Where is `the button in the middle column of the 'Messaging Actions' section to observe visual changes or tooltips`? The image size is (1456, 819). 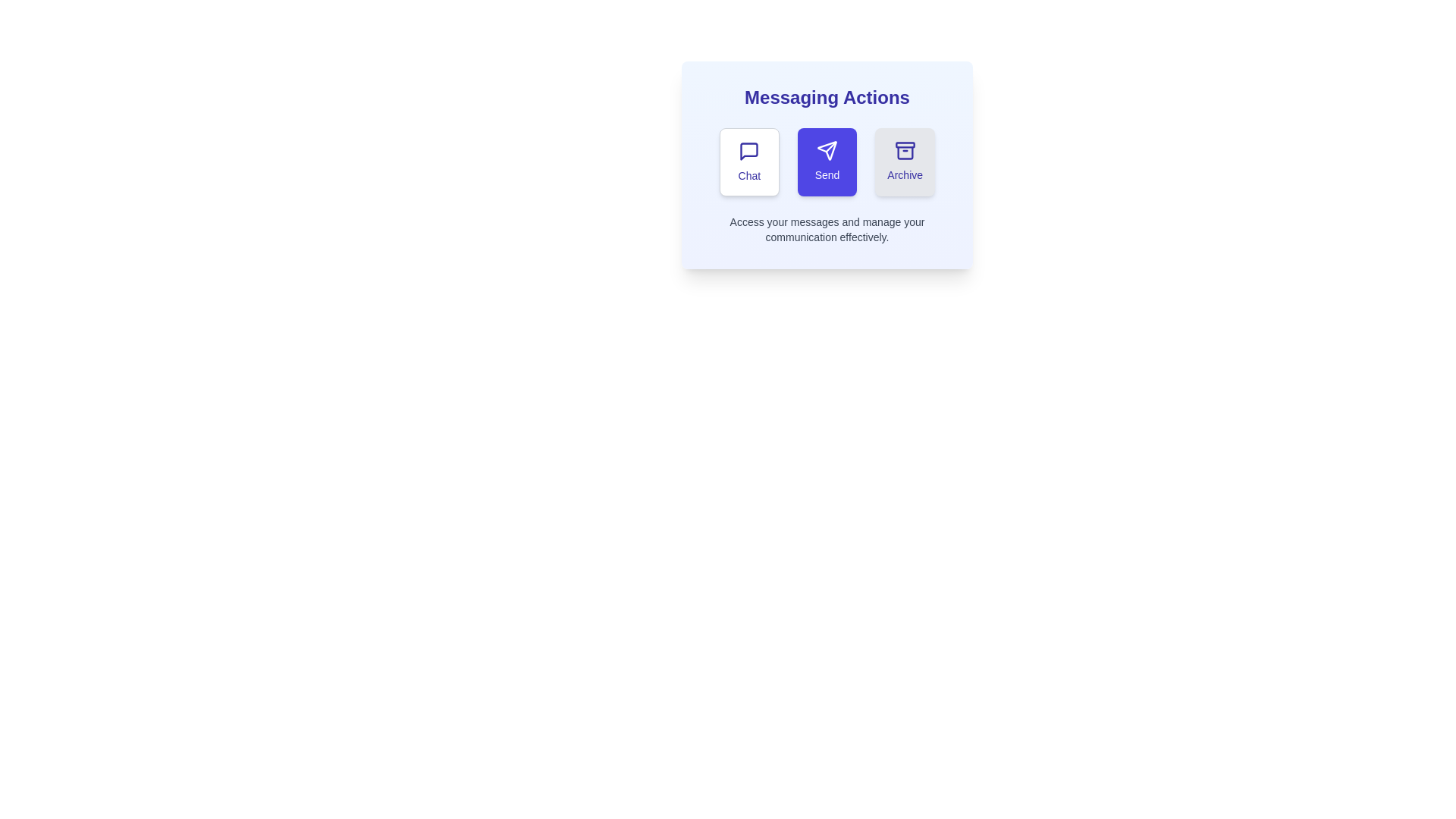 the button in the middle column of the 'Messaging Actions' section to observe visual changes or tooltips is located at coordinates (826, 162).